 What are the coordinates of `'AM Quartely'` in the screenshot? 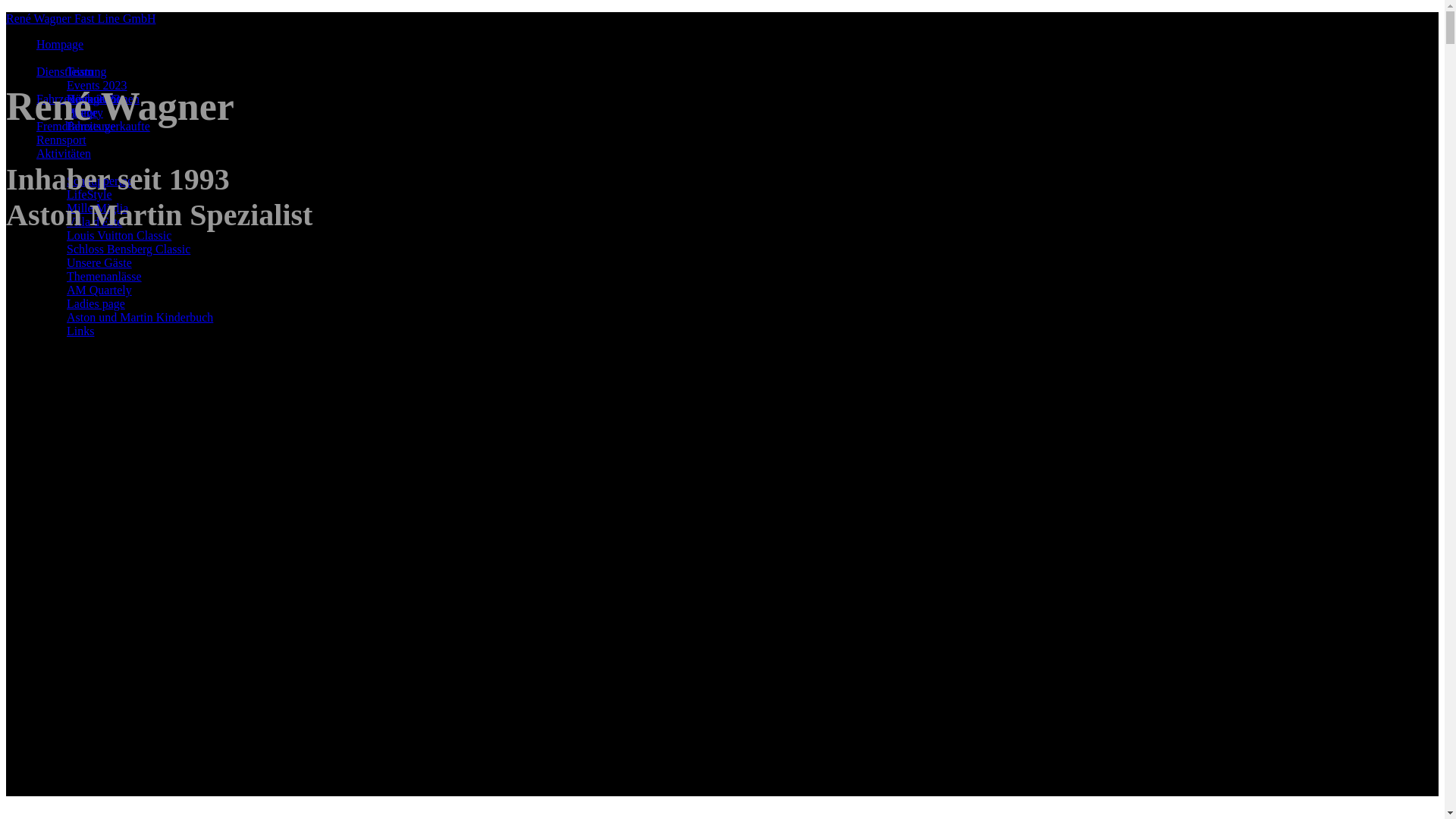 It's located at (65, 290).